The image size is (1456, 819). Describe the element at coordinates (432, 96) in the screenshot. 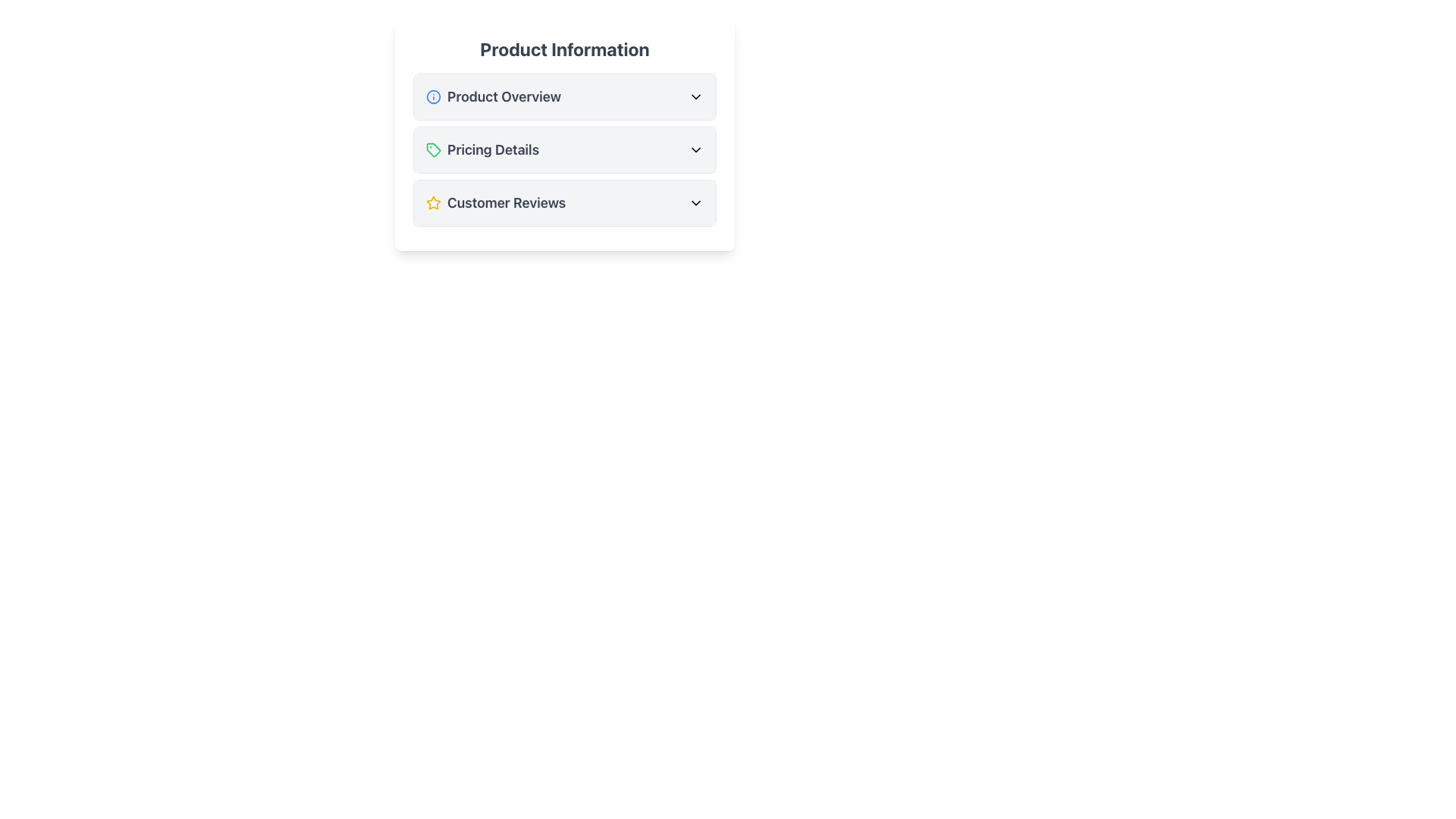

I see `the icon located to the left of the 'Product Overview' text` at that location.